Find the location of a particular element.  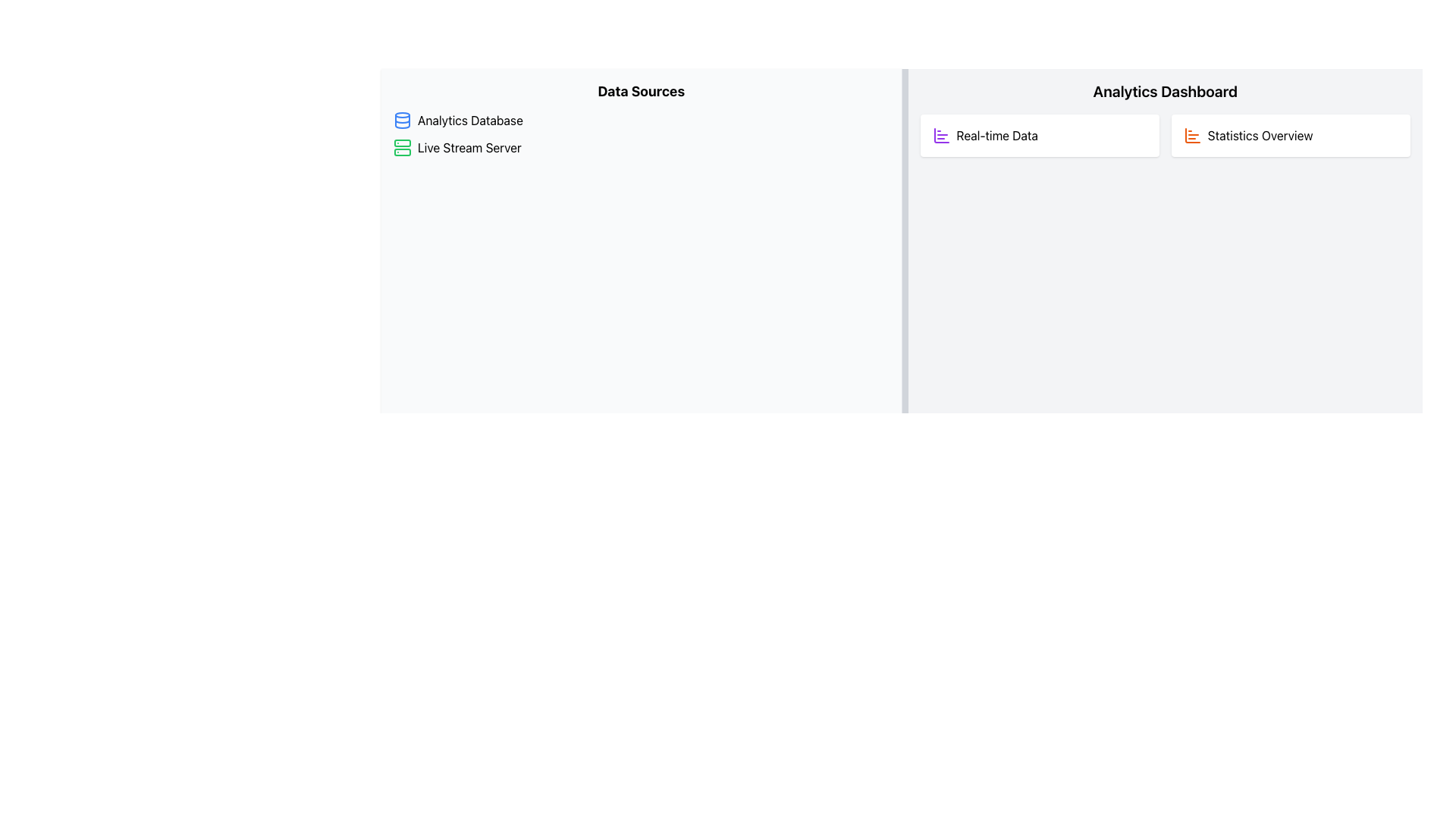

the blue elliptical SVG component at the top of the database icon next to the 'Analytics Database' label in the 'Data Sources' section is located at coordinates (403, 114).